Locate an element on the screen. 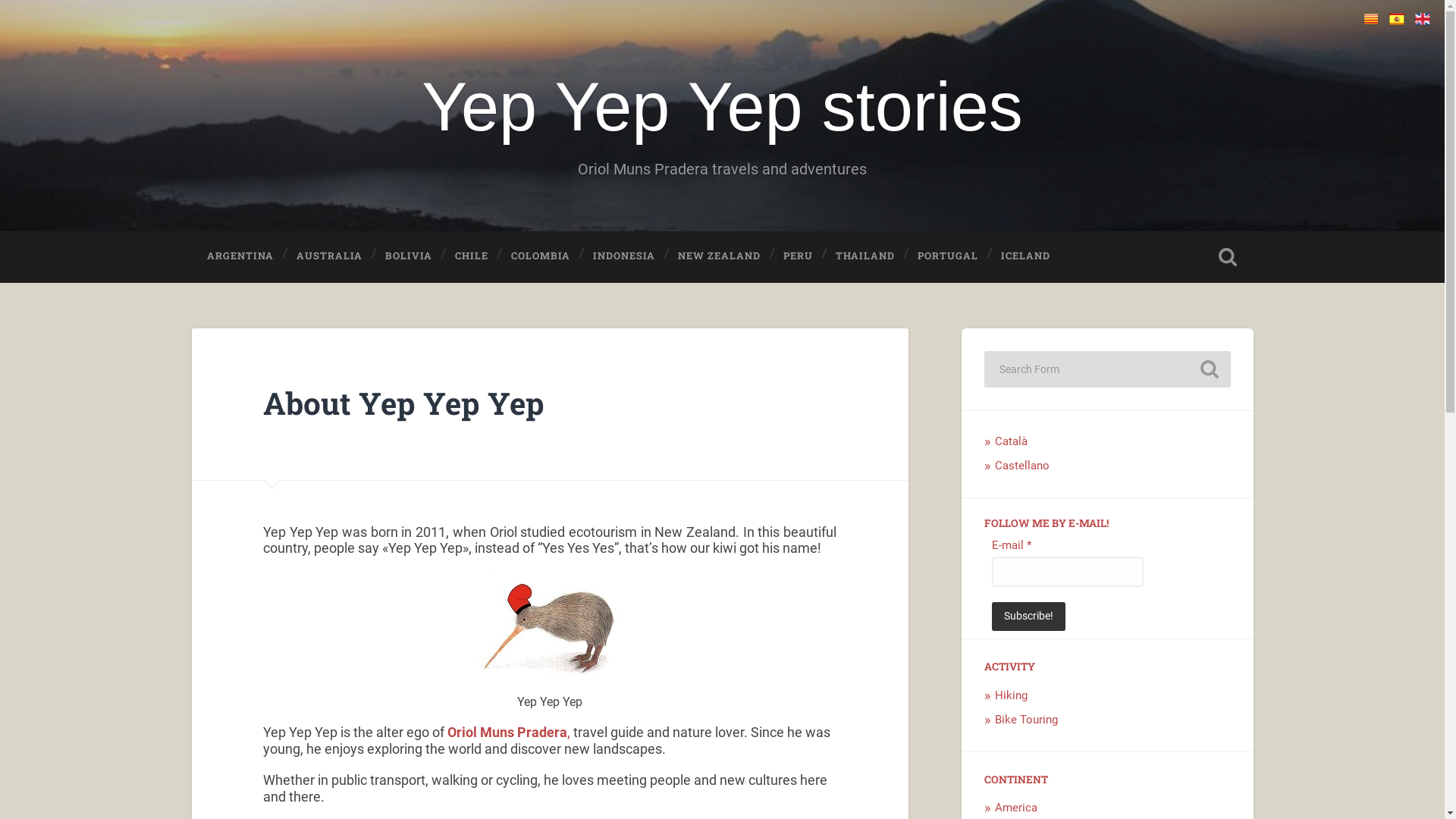 The height and width of the screenshot is (819, 1456). 'Castellano' is located at coordinates (1022, 464).